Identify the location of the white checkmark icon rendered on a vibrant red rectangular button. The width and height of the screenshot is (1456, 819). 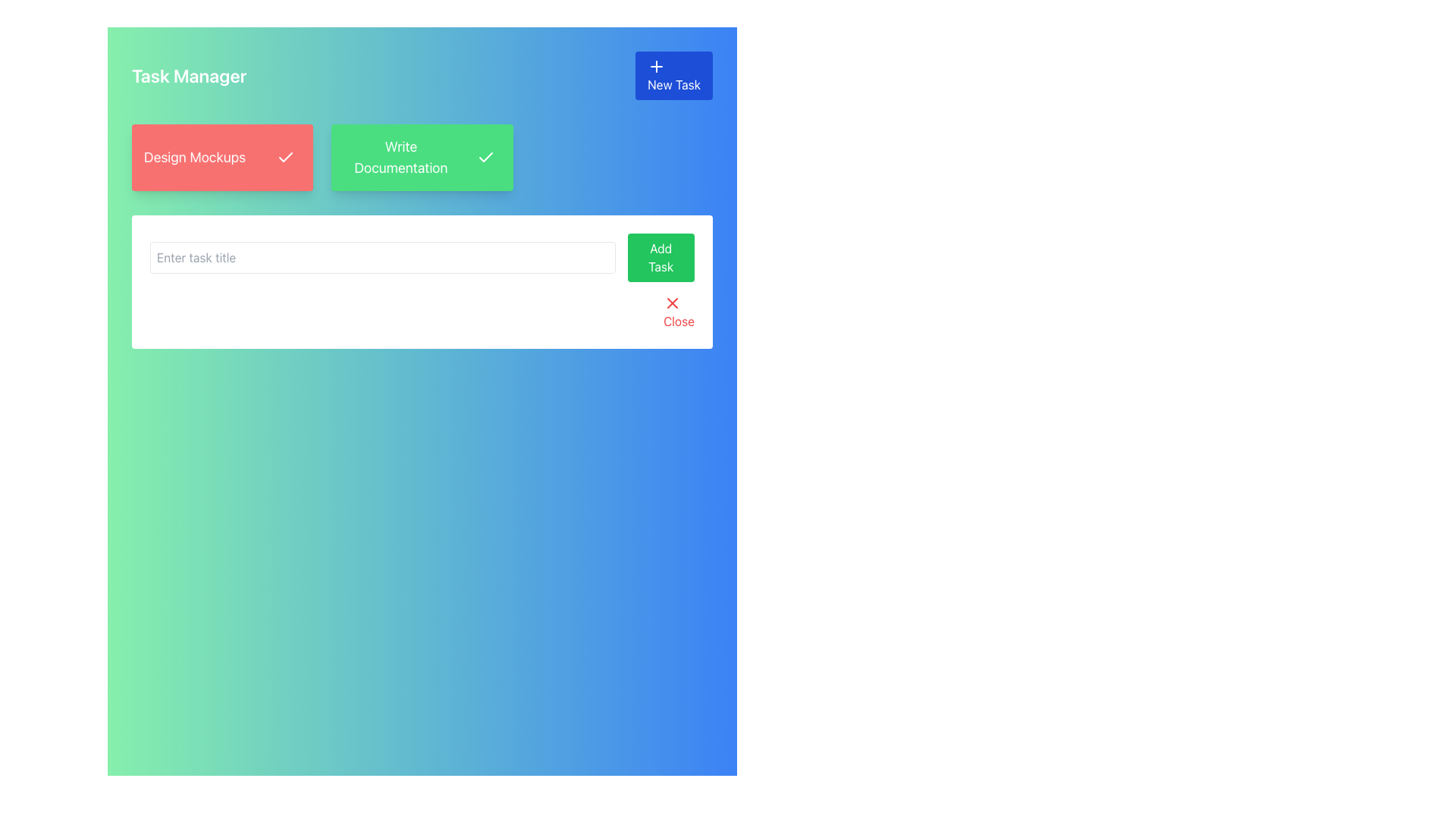
(286, 158).